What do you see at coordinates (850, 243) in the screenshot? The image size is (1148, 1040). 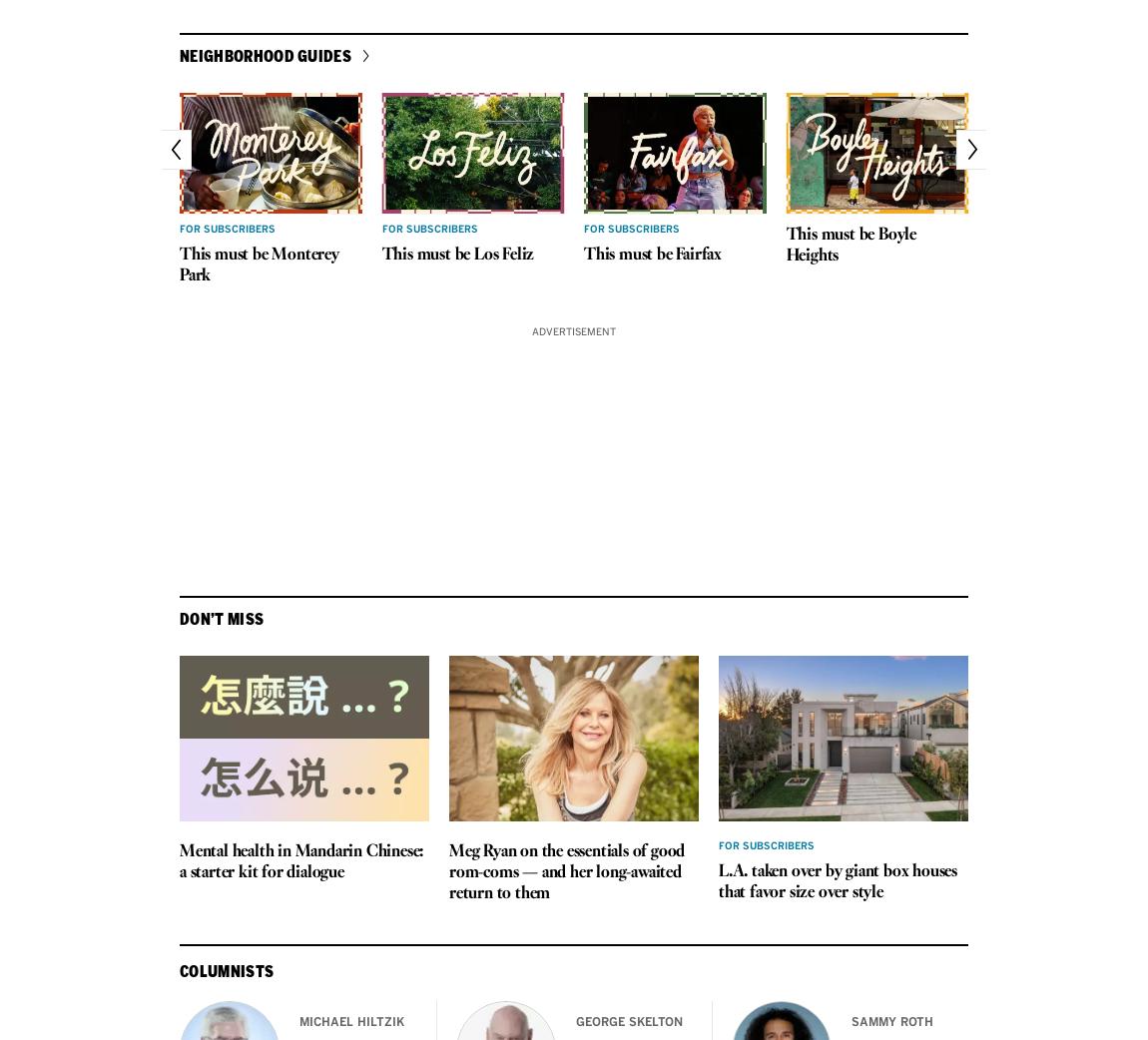 I see `'This must be Boyle Heights'` at bounding box center [850, 243].